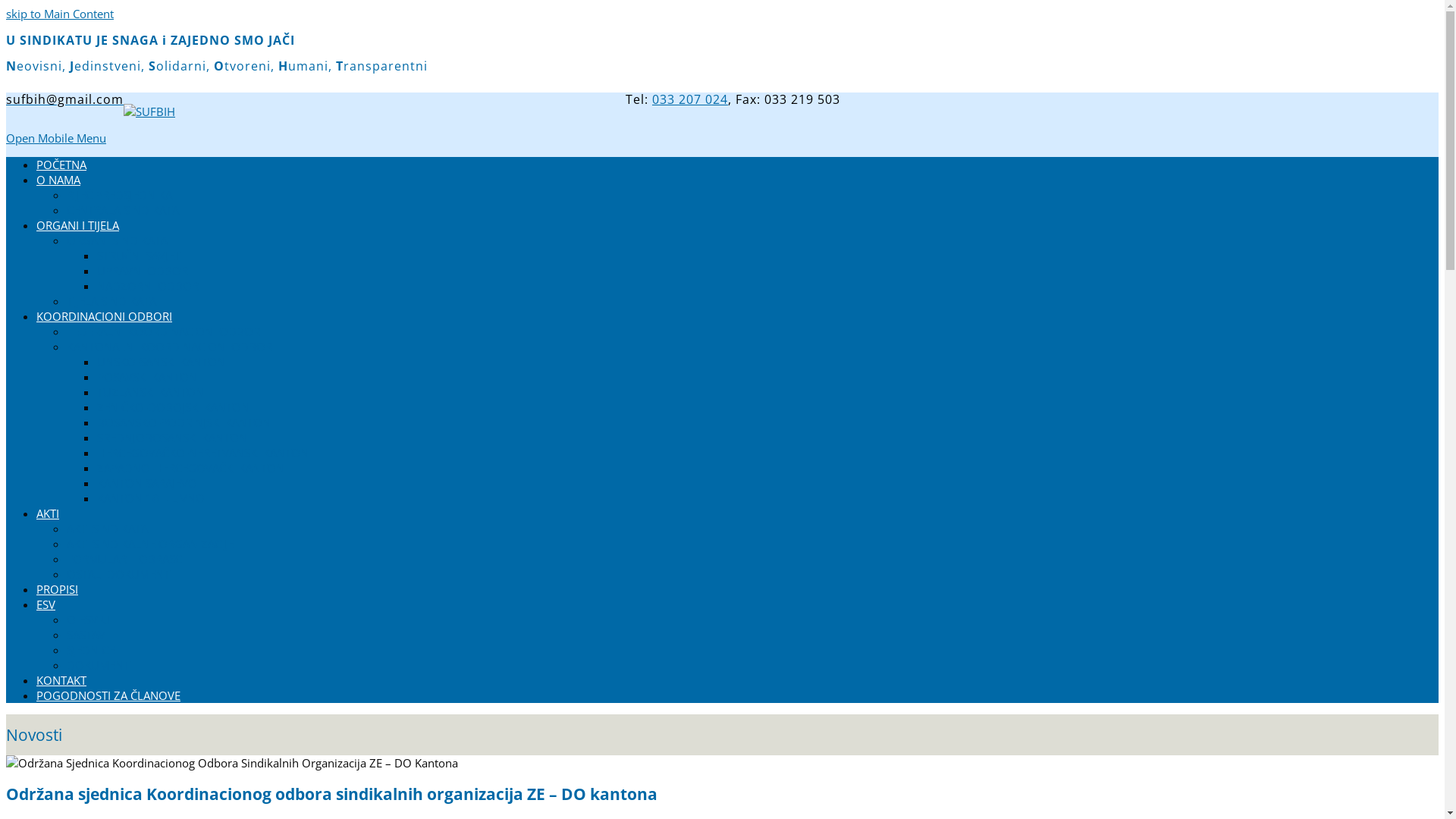  I want to click on 'sufbih@gmail.com', so click(64, 99).